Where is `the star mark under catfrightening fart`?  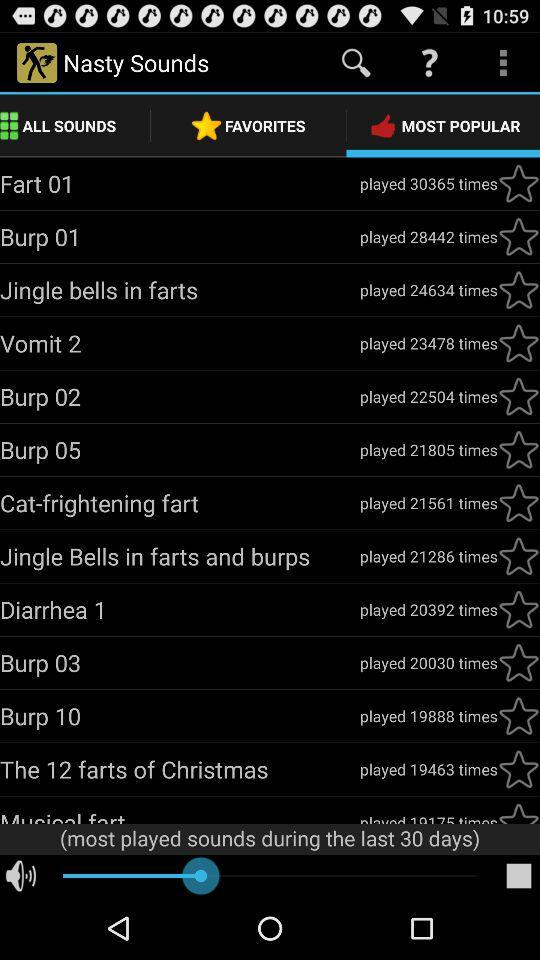 the star mark under catfrightening fart is located at coordinates (518, 502).